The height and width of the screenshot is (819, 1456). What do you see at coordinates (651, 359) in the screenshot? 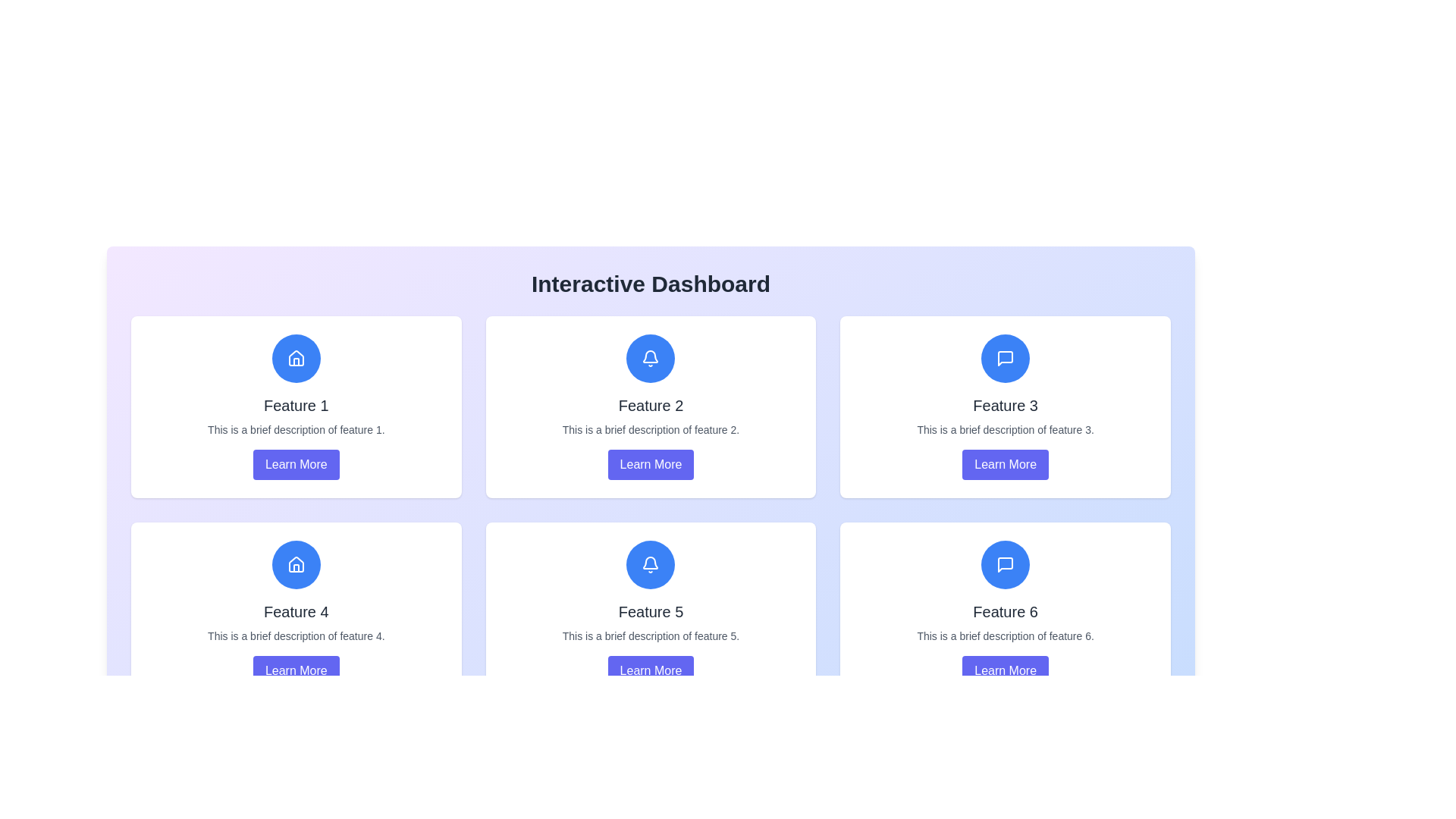
I see `the circular blue icon button with a white bell icon at its center, located in the upper center of the 'Feature 2' card` at bounding box center [651, 359].